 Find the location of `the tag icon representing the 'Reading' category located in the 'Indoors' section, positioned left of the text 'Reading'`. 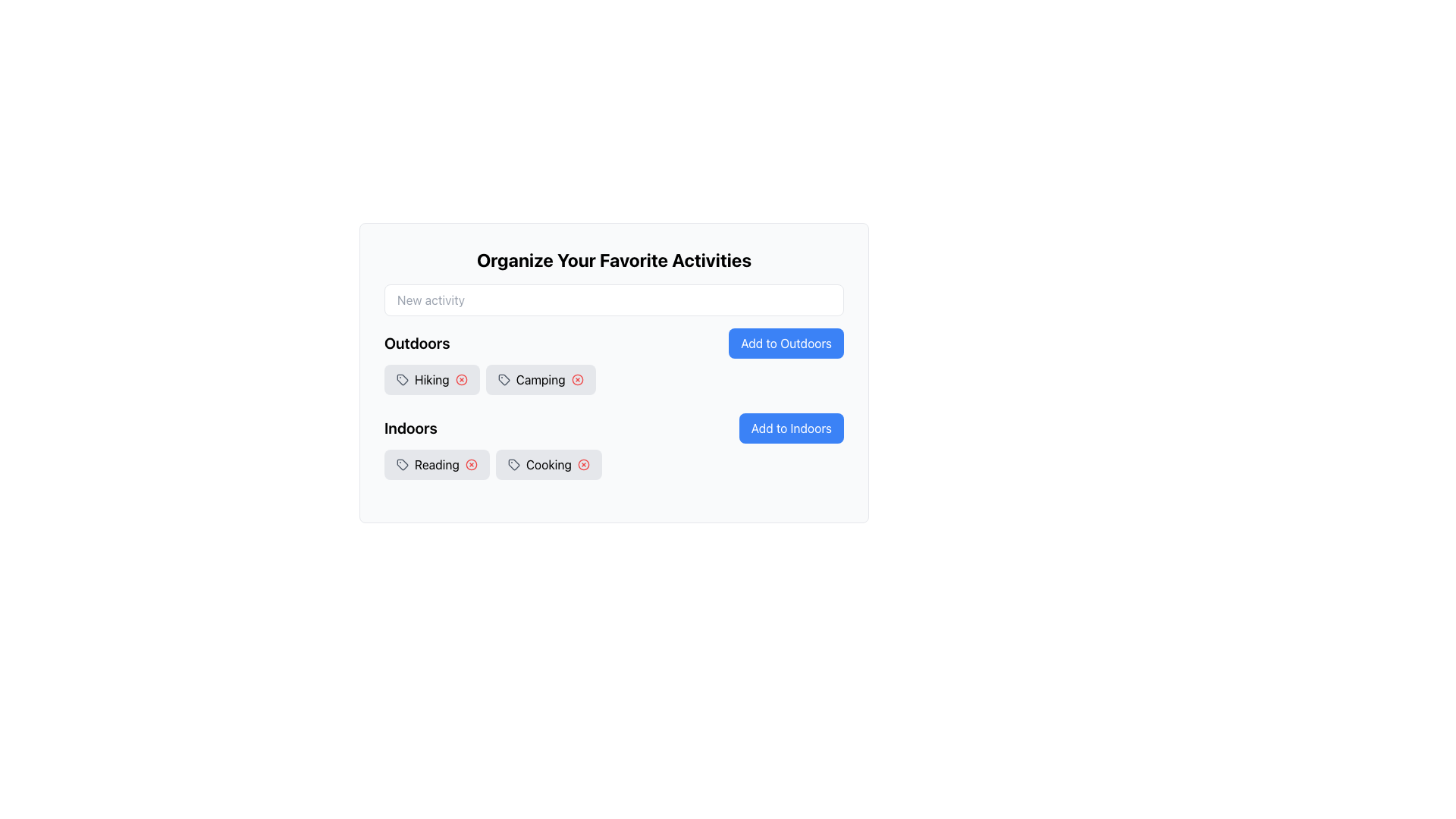

the tag icon representing the 'Reading' category located in the 'Indoors' section, positioned left of the text 'Reading' is located at coordinates (403, 464).